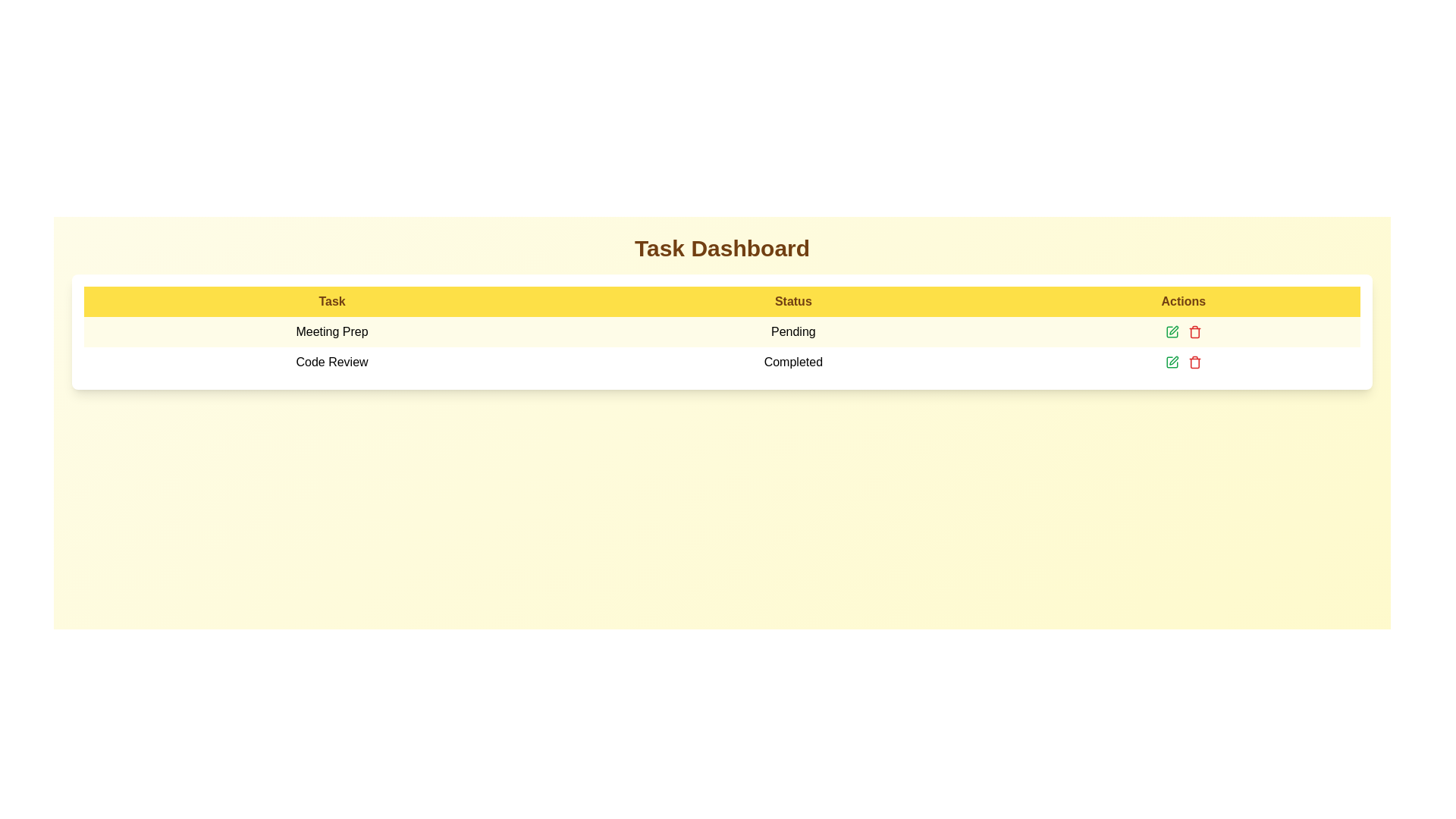 Image resolution: width=1456 pixels, height=819 pixels. I want to click on the trash can icon in the Interactive control group for the 'Meeting Prep' task, so click(1182, 331).